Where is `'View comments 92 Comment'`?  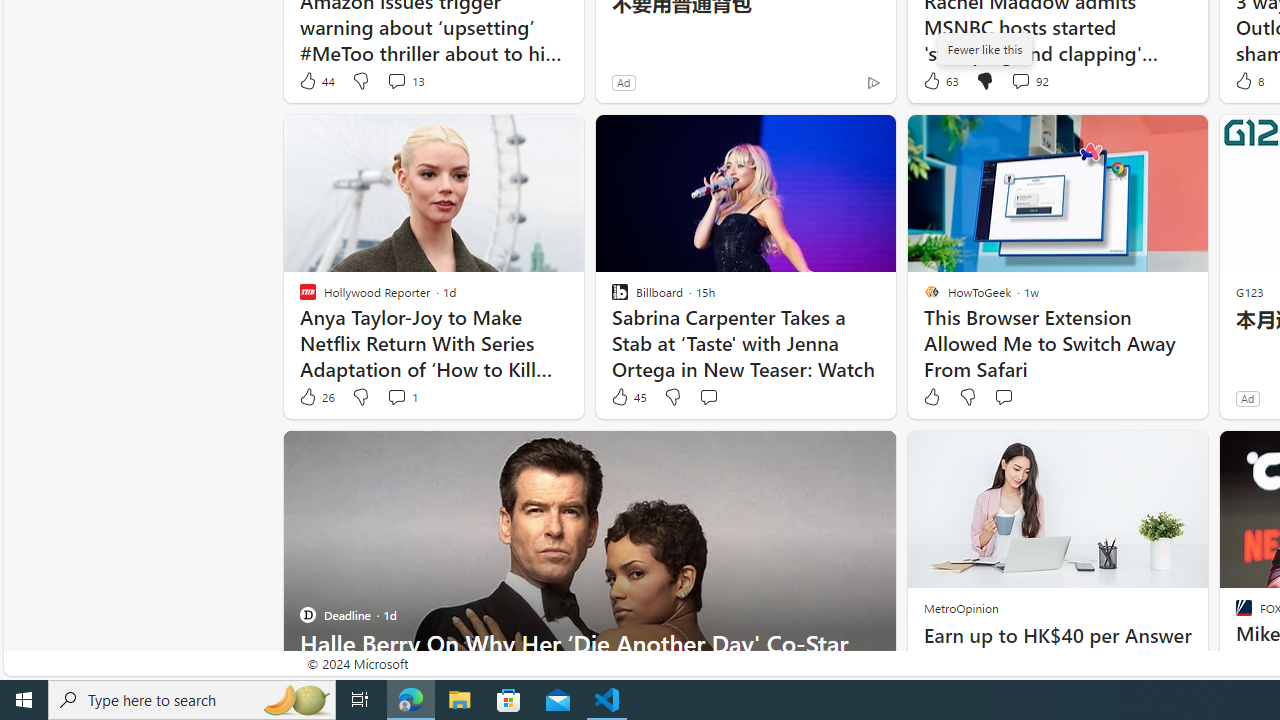 'View comments 92 Comment' is located at coordinates (1020, 80).